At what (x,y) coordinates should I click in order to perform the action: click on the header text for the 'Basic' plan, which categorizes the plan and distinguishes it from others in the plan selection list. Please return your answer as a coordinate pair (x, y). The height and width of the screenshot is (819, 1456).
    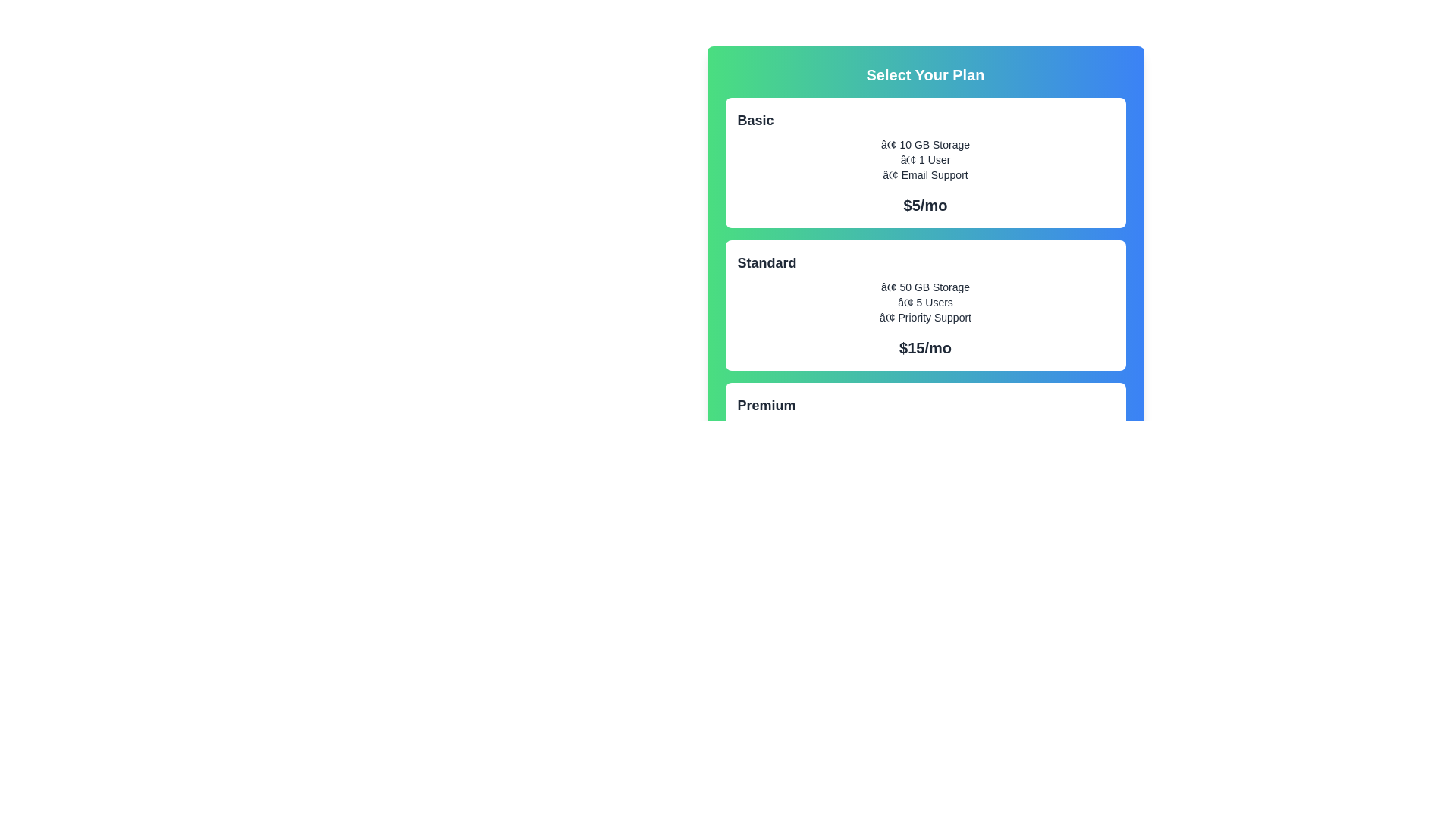
    Looking at the image, I should click on (755, 119).